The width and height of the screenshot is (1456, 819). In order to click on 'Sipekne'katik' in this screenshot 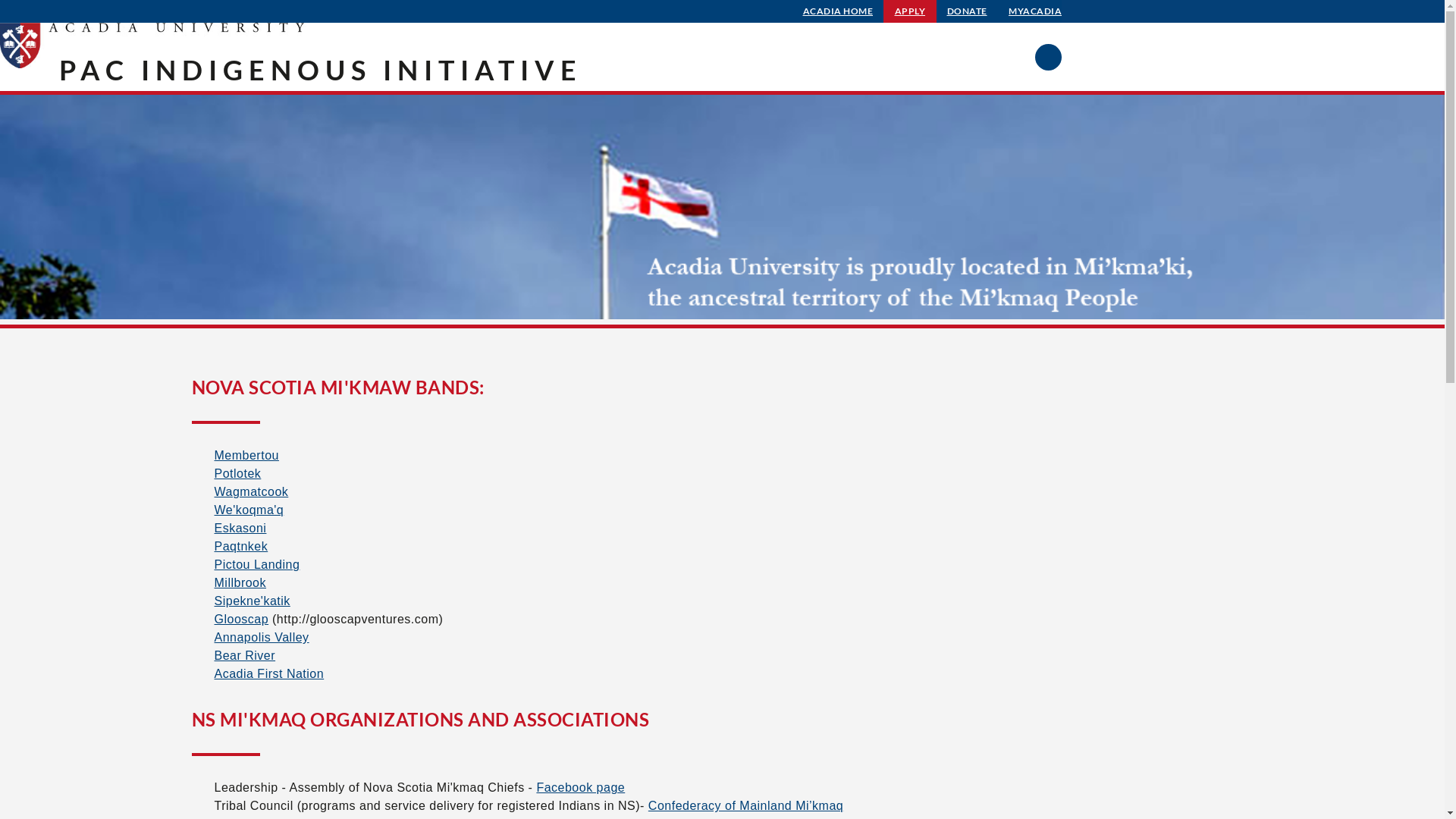, I will do `click(251, 600)`.